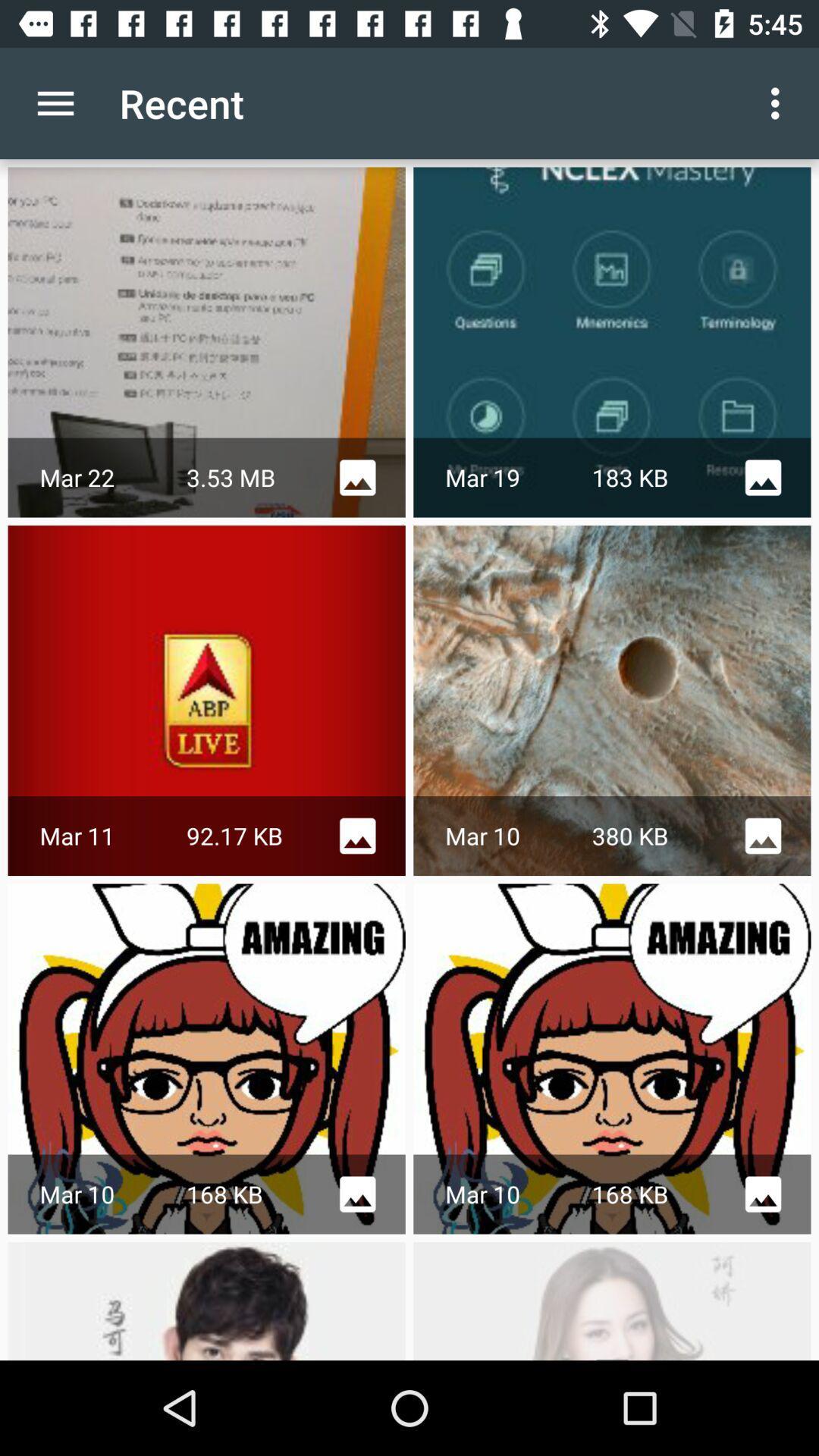 Image resolution: width=819 pixels, height=1456 pixels. I want to click on the second row third image, so click(611, 1058).